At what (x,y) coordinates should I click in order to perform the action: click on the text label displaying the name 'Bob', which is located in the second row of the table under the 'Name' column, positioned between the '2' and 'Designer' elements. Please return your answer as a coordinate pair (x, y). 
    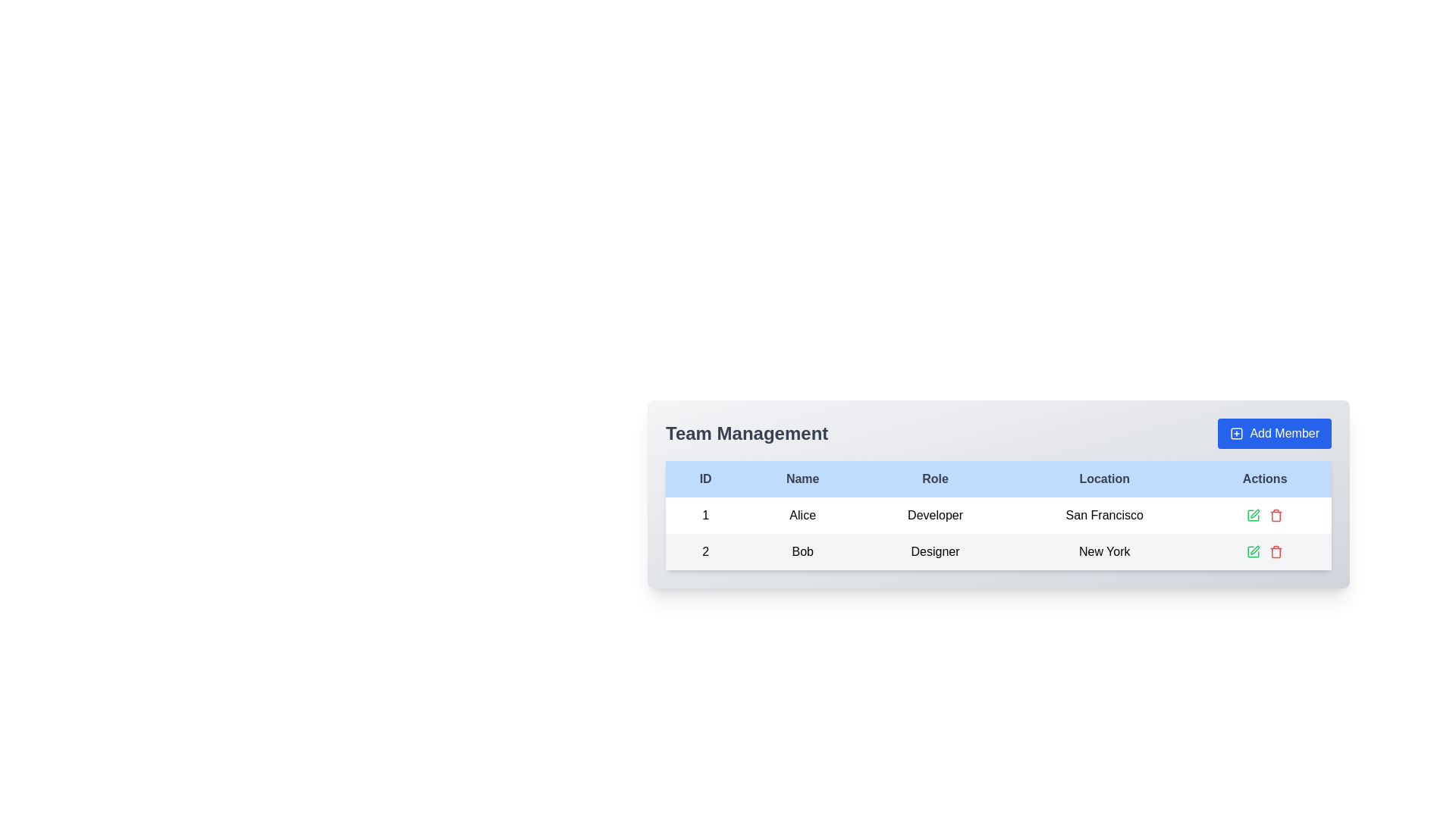
    Looking at the image, I should click on (802, 552).